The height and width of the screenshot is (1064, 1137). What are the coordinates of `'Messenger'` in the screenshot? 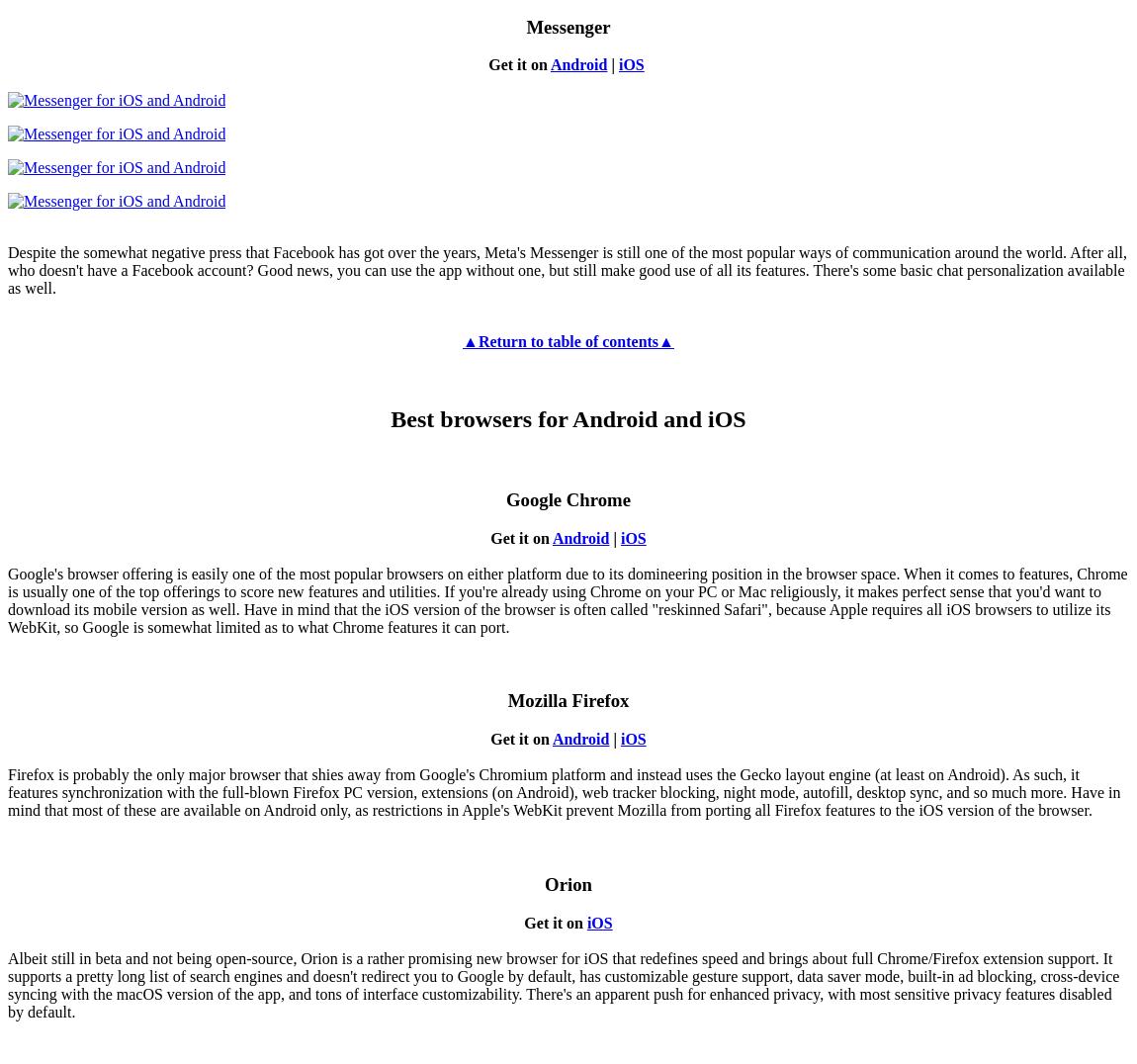 It's located at (568, 25).